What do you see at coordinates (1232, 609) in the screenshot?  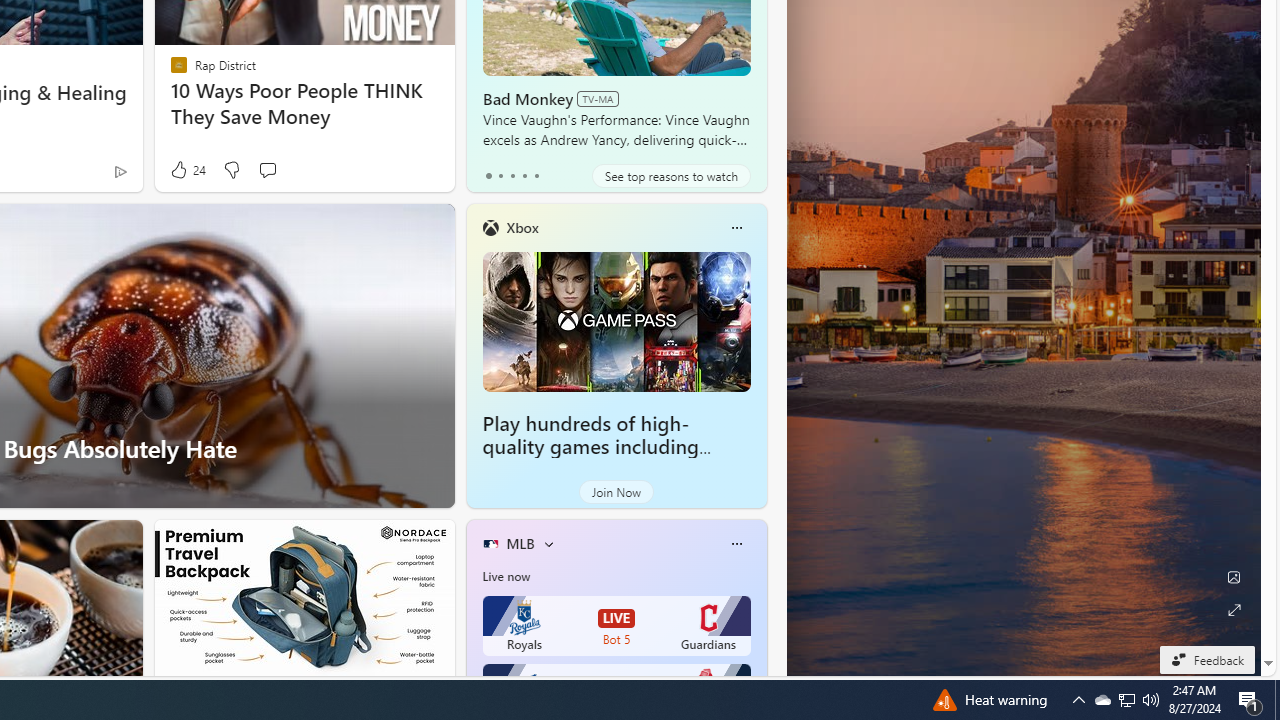 I see `'Expand background'` at bounding box center [1232, 609].